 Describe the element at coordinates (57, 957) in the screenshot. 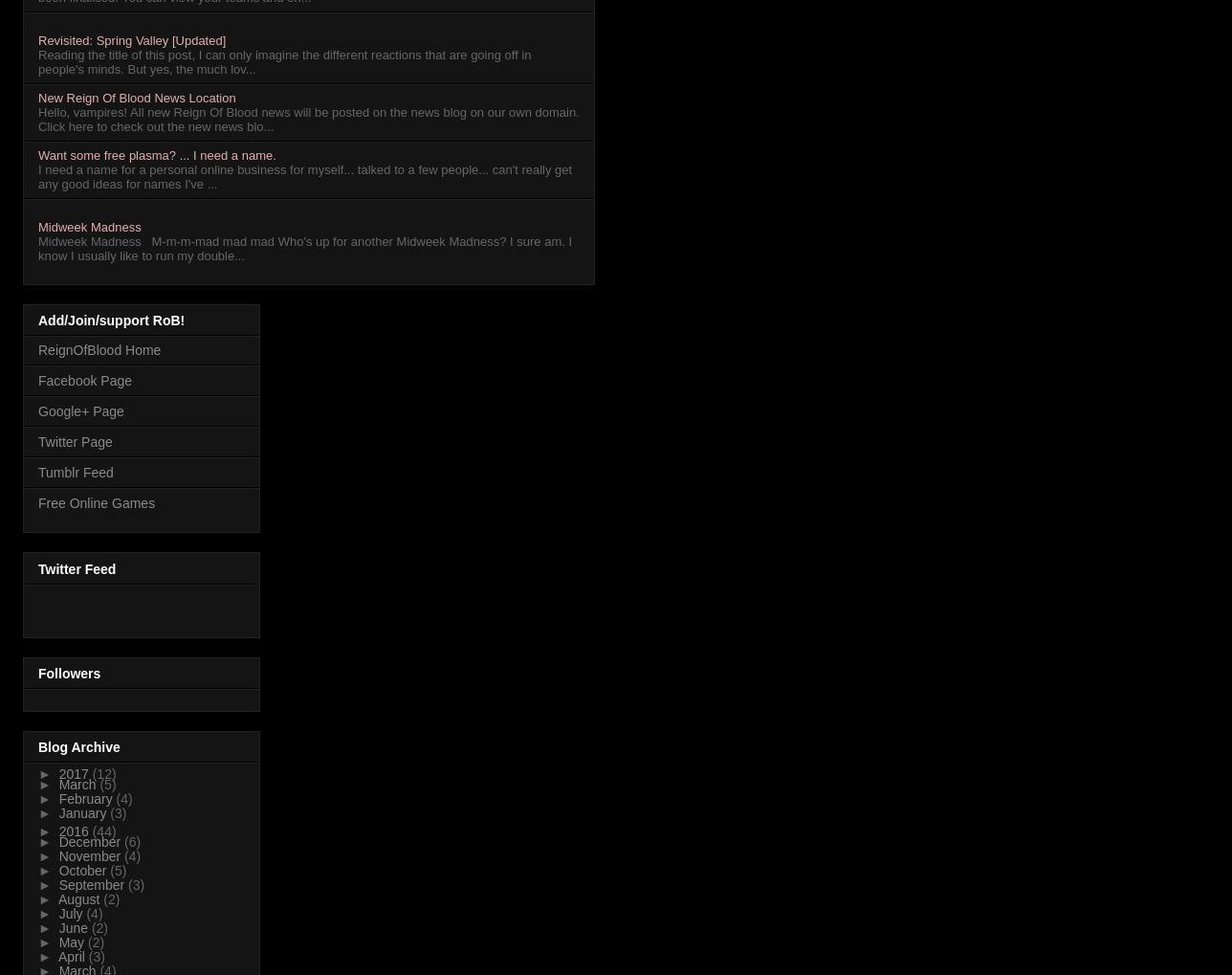

I see `'April'` at that location.